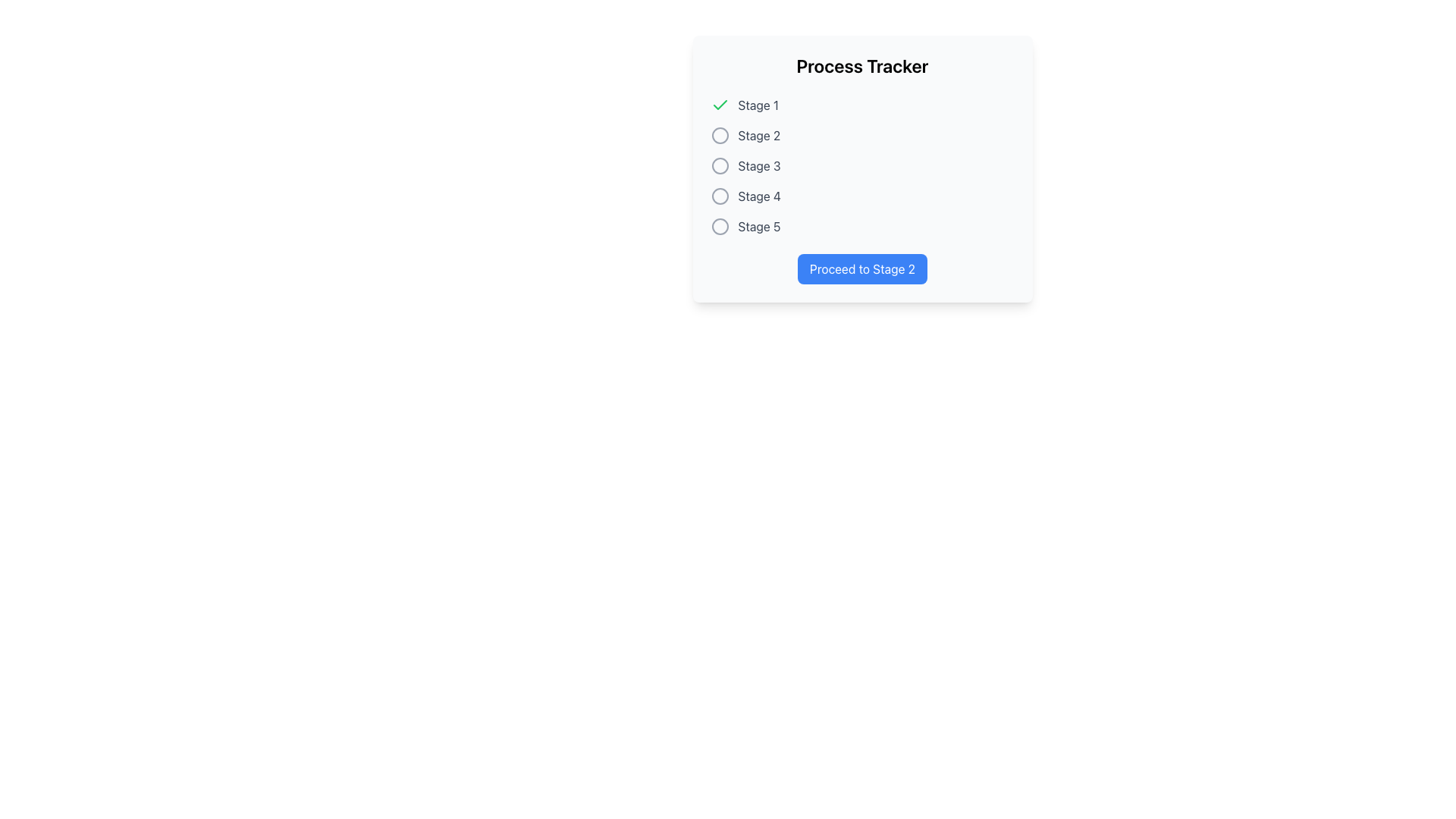  Describe the element at coordinates (719, 166) in the screenshot. I see `the unselected radio button for 'Stage 3'` at that location.